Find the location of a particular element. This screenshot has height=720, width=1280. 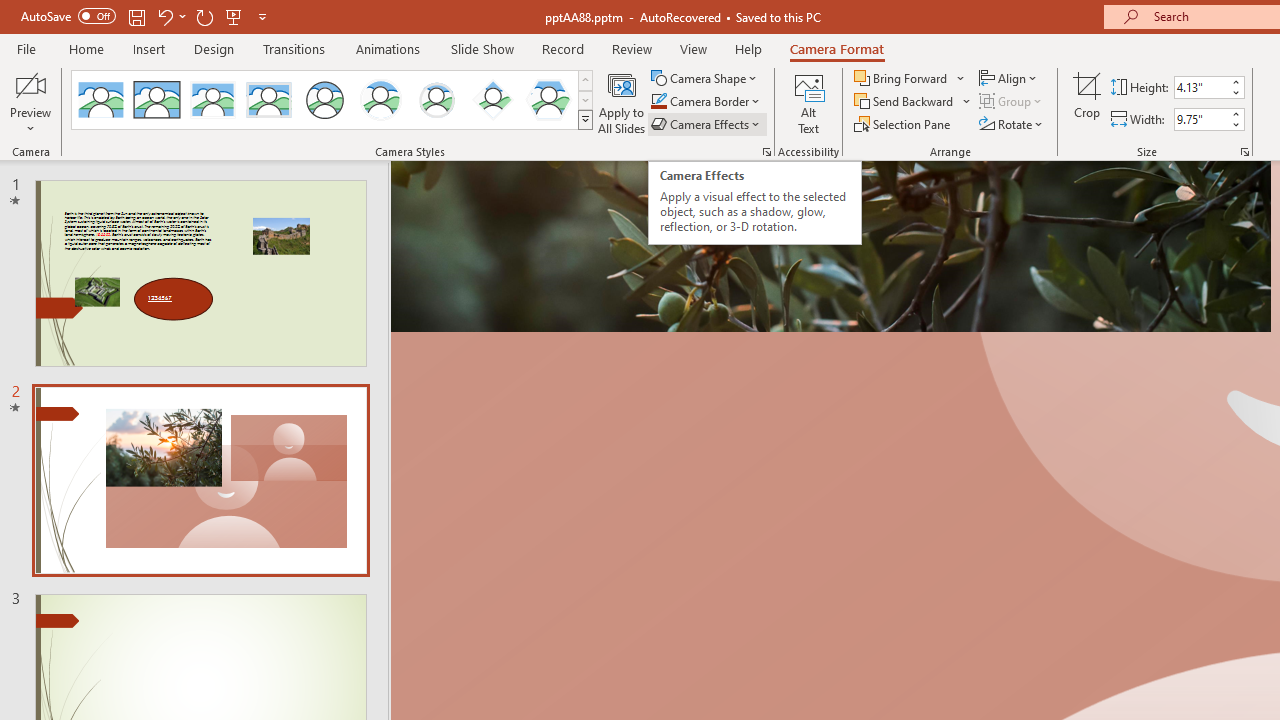

'Send Backward' is located at coordinates (904, 101).